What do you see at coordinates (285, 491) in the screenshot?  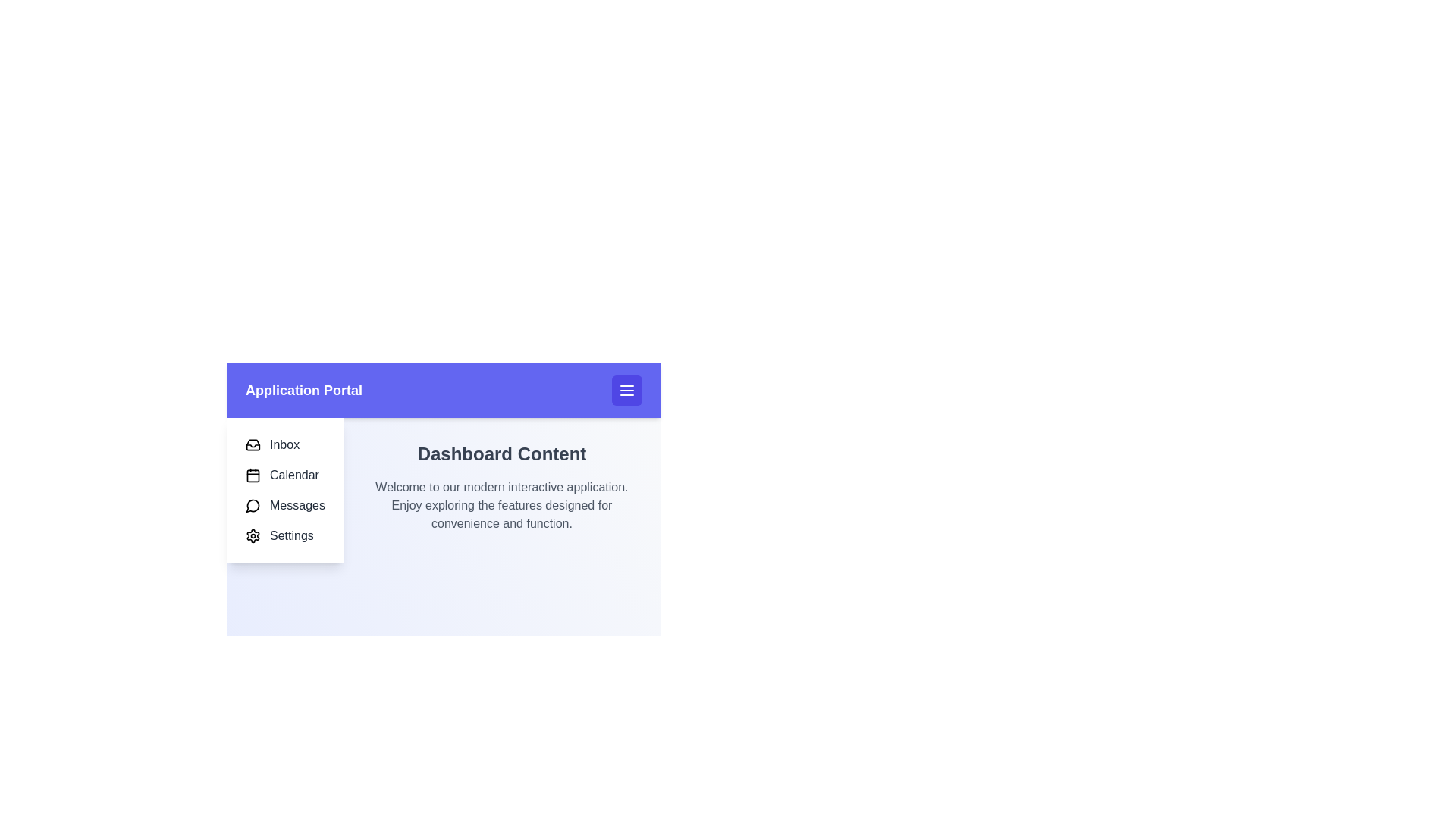 I see `the 'Messages' option in the sidebar menu located on the left edge of the interface` at bounding box center [285, 491].